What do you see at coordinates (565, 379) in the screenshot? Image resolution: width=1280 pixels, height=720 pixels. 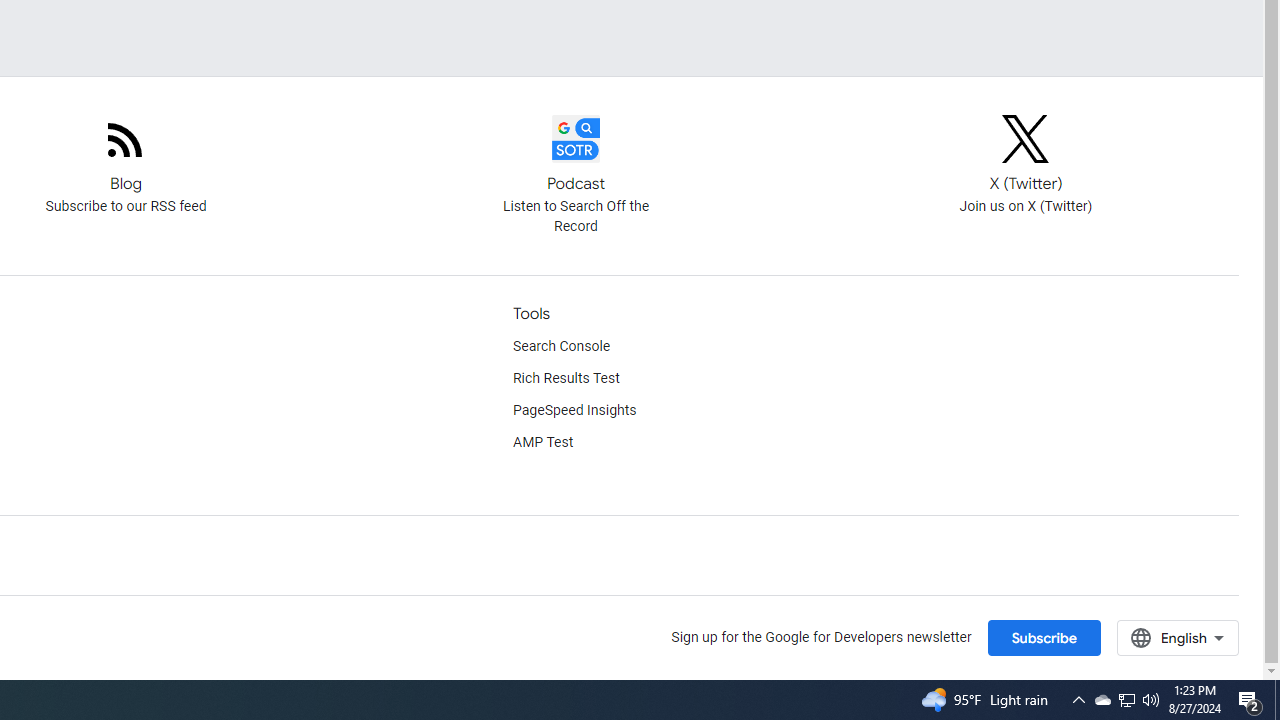 I see `'Rich Results Test'` at bounding box center [565, 379].